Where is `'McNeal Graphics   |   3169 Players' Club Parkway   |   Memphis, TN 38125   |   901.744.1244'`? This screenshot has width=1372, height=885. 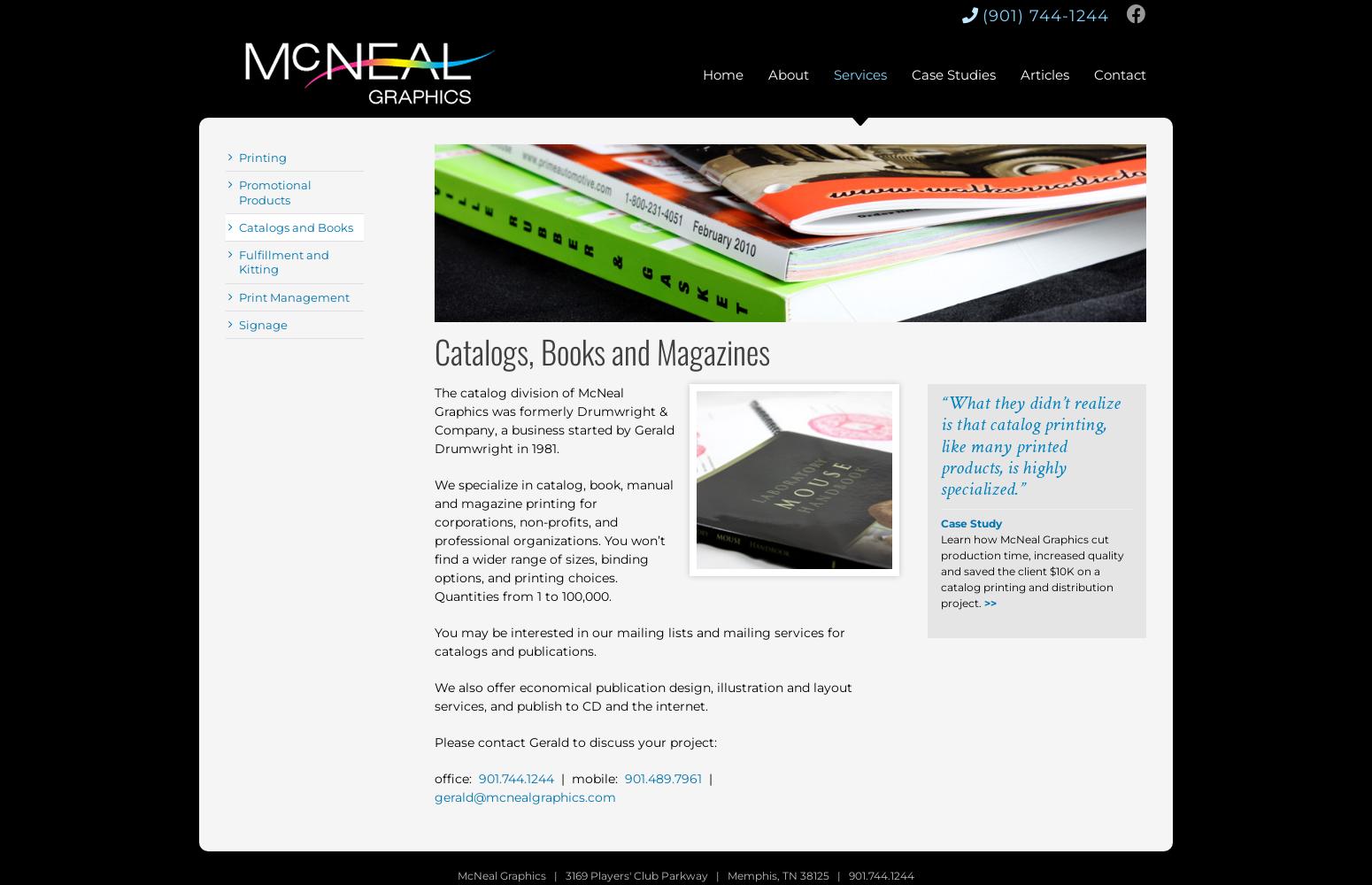
'McNeal Graphics   |   3169 Players' Club Parkway   |   Memphis, TN 38125   |   901.744.1244' is located at coordinates (456, 874).